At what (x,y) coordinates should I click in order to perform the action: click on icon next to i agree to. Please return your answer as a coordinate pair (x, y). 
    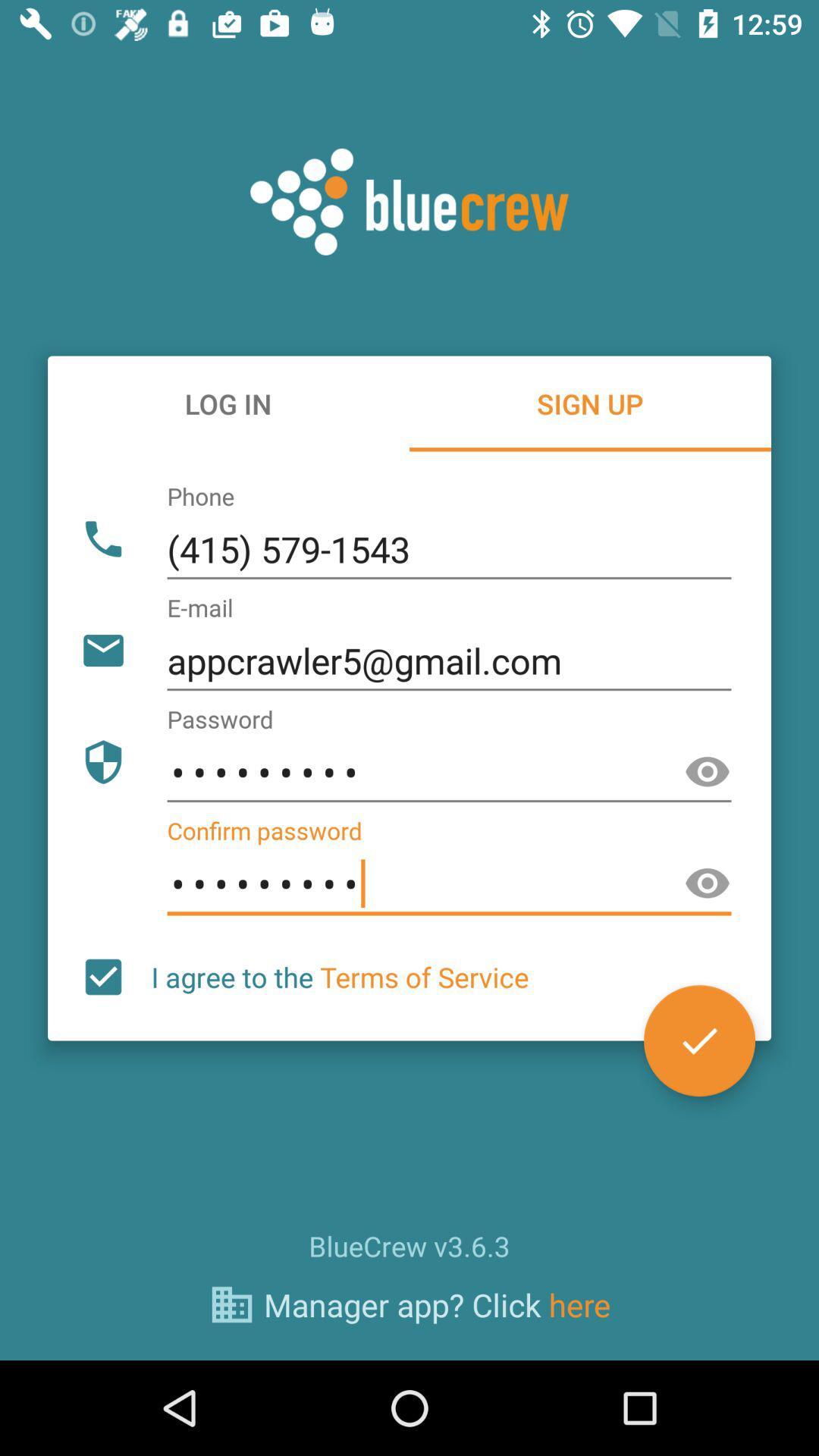
    Looking at the image, I should click on (699, 1040).